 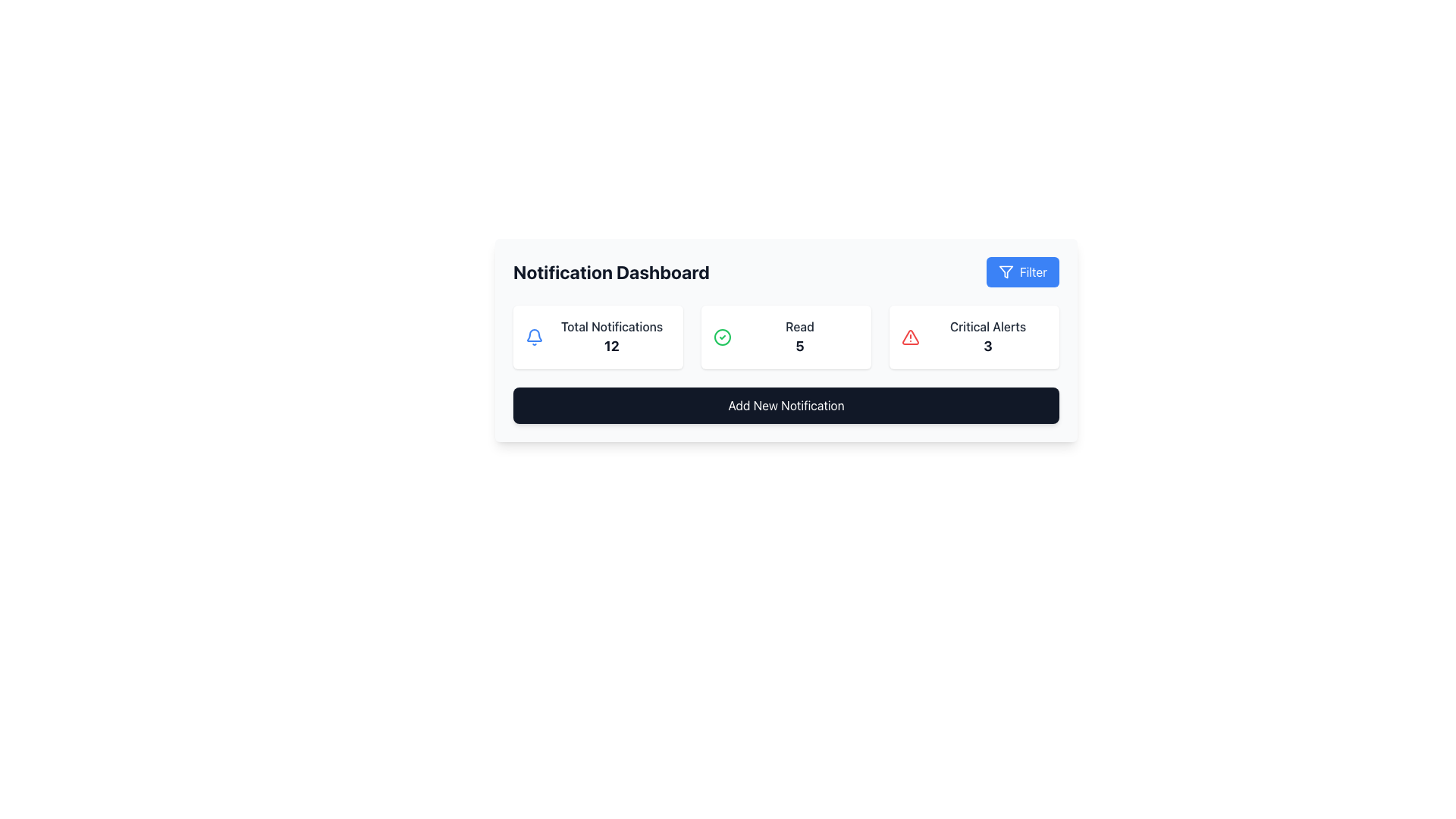 What do you see at coordinates (611, 346) in the screenshot?
I see `the Text Label displaying the total number of notifications, located below 'Total Notifications' in the left section of the interface` at bounding box center [611, 346].